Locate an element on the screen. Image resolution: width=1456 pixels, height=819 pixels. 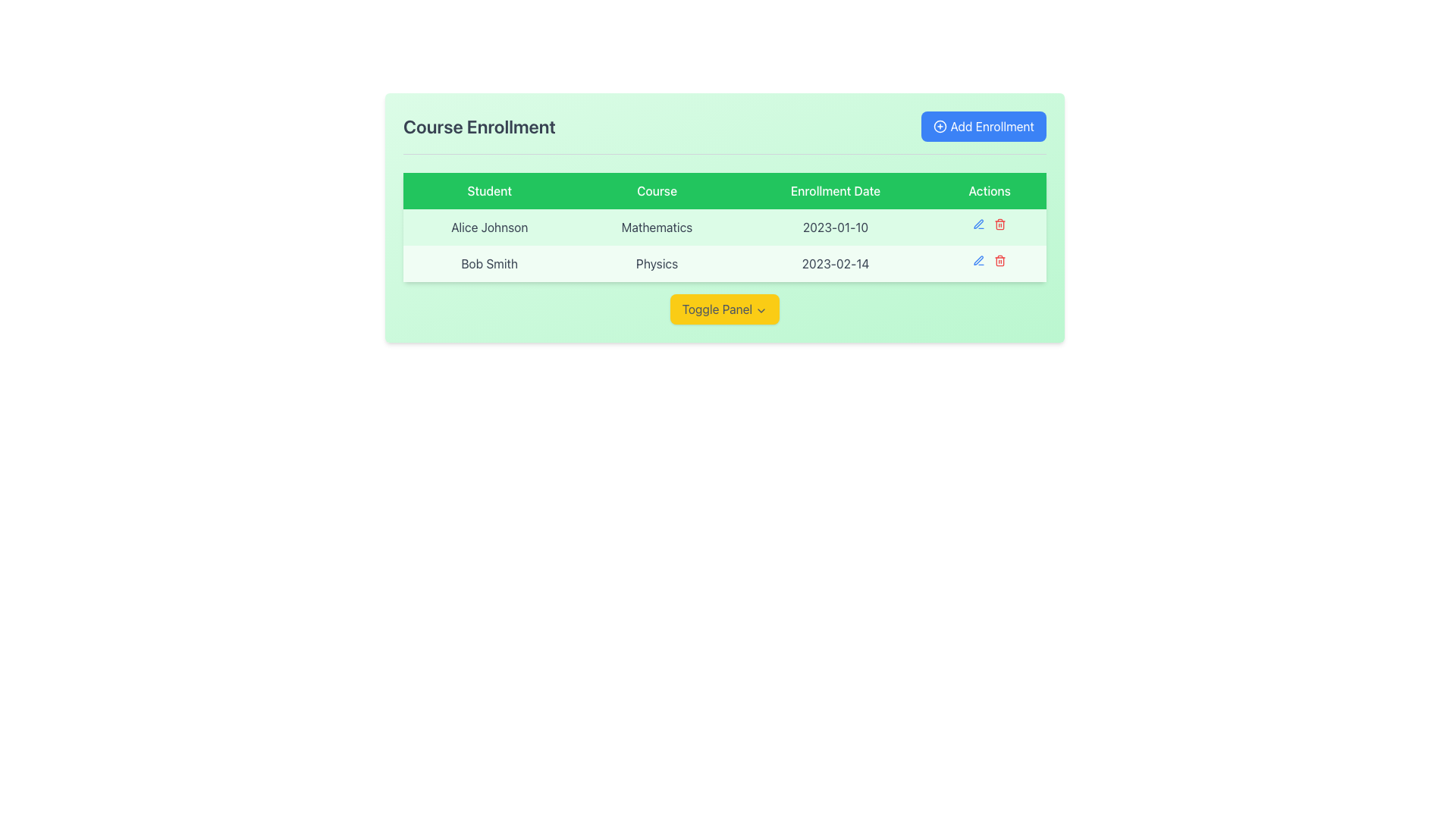
the Text Label that serves as the header for the course names column in the course enrollment interface, located between the 'Student' column and the 'Enrollment Date' column is located at coordinates (657, 190).